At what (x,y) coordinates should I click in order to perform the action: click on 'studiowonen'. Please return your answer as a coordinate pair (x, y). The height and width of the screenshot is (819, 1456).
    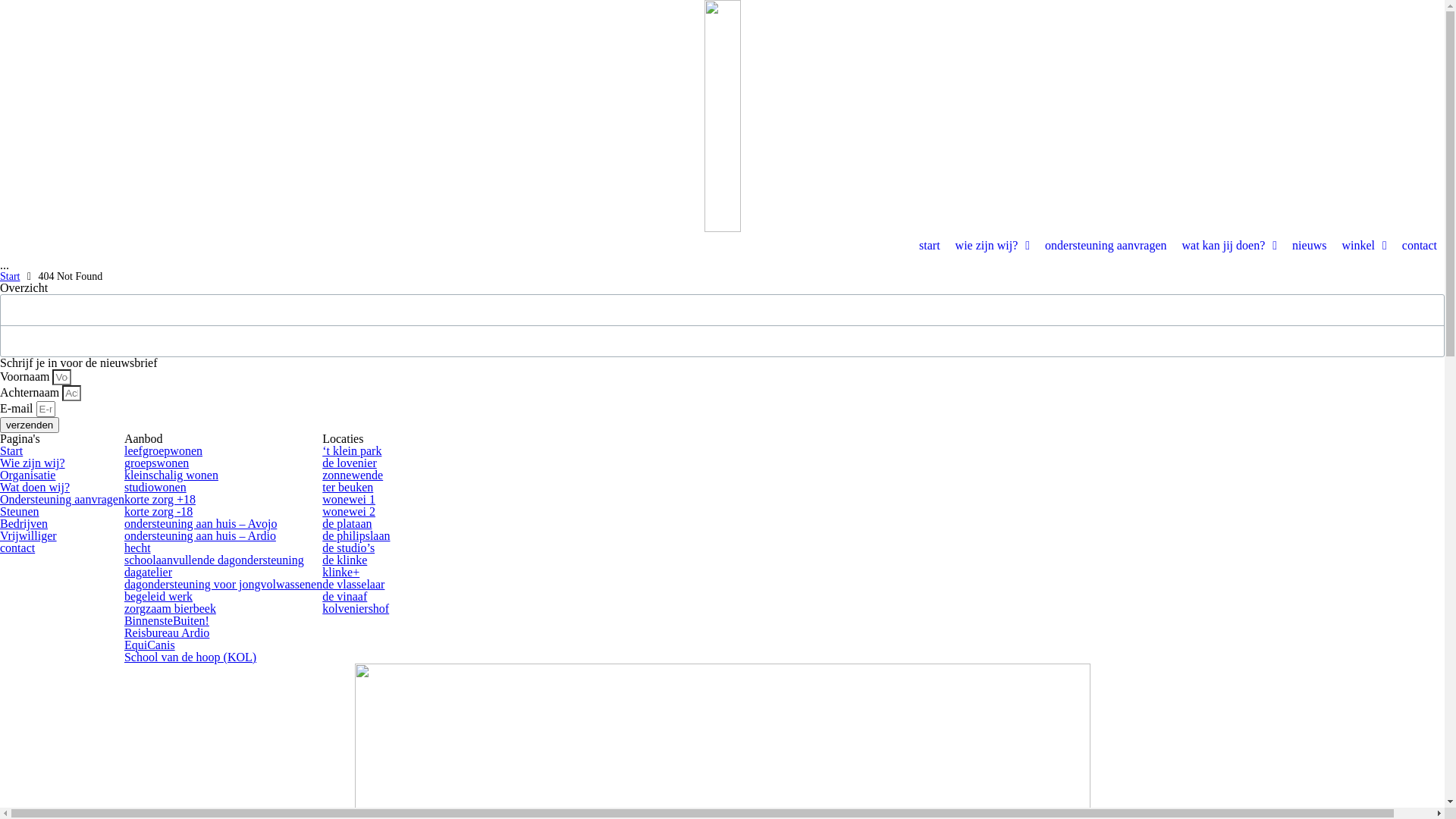
    Looking at the image, I should click on (124, 487).